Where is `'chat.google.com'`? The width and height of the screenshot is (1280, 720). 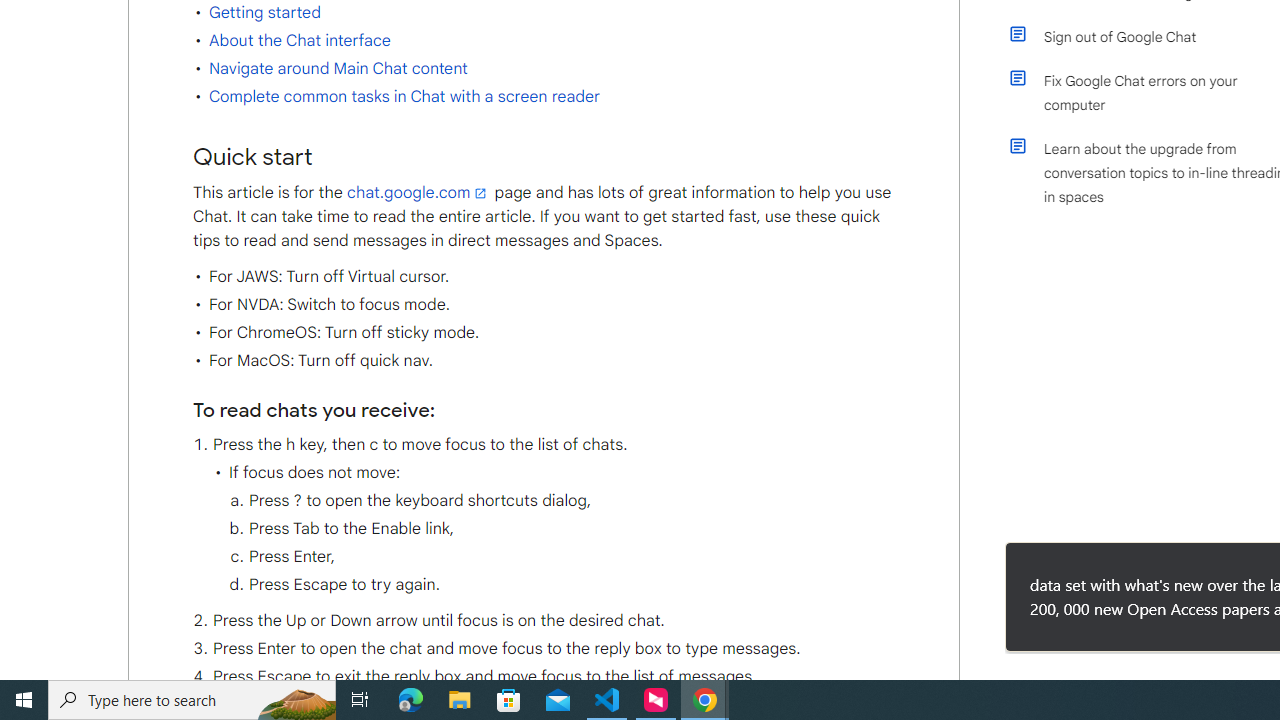 'chat.google.com' is located at coordinates (418, 192).